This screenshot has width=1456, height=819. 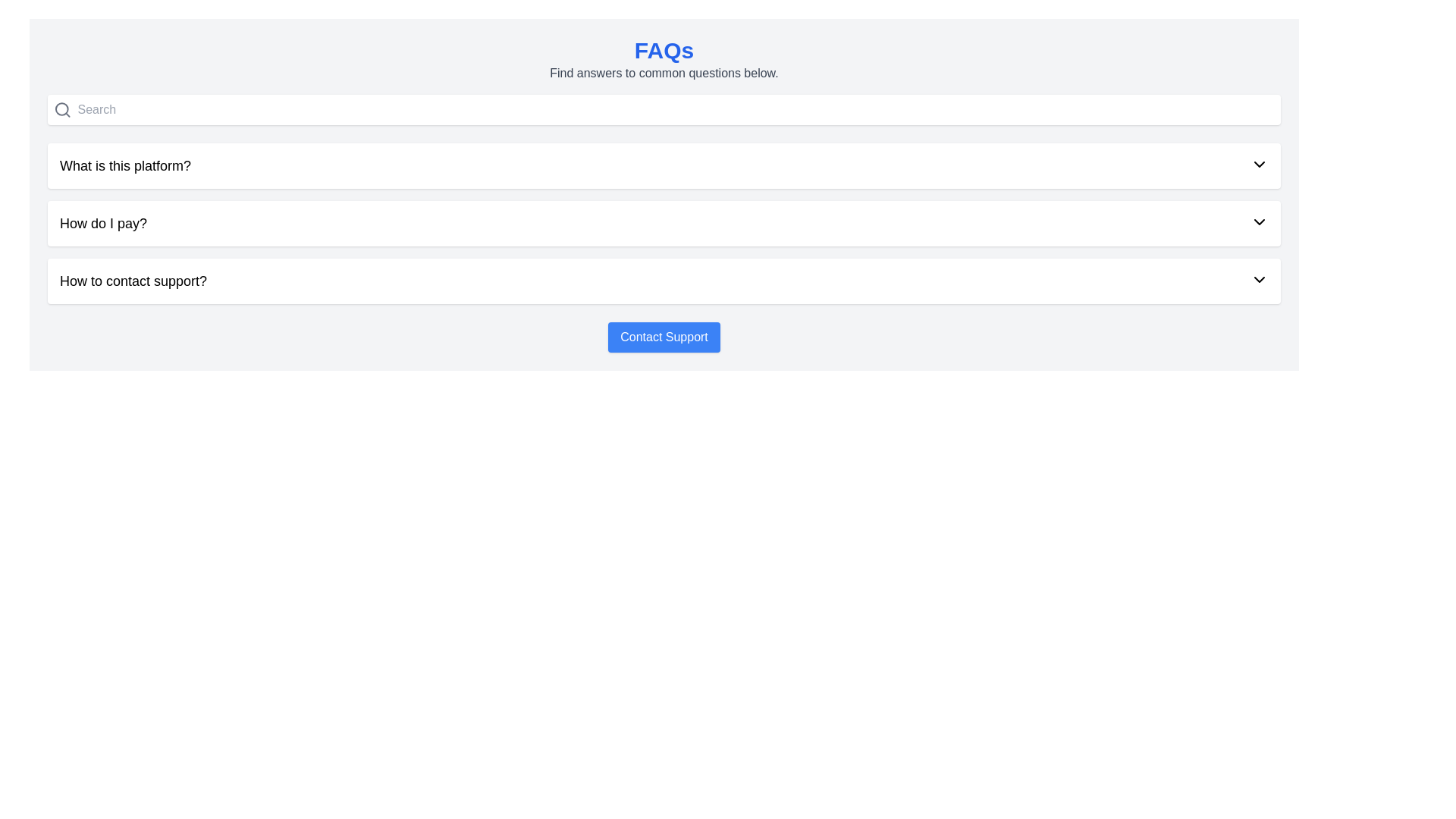 What do you see at coordinates (1259, 280) in the screenshot?
I see `the downward-pointing chevron icon associated with the text 'How to contact support?'` at bounding box center [1259, 280].